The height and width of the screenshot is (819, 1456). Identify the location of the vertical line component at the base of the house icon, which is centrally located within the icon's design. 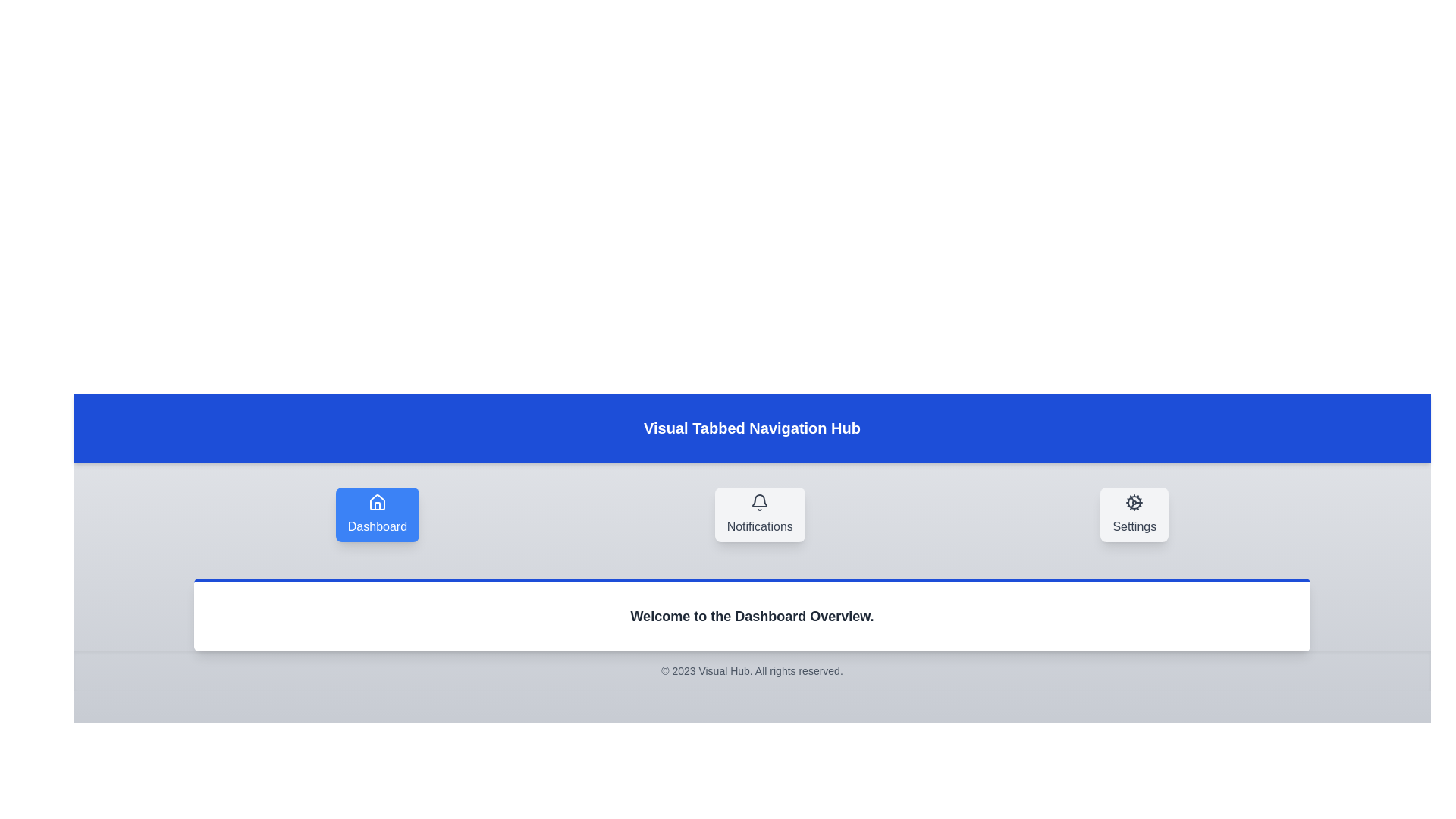
(377, 506).